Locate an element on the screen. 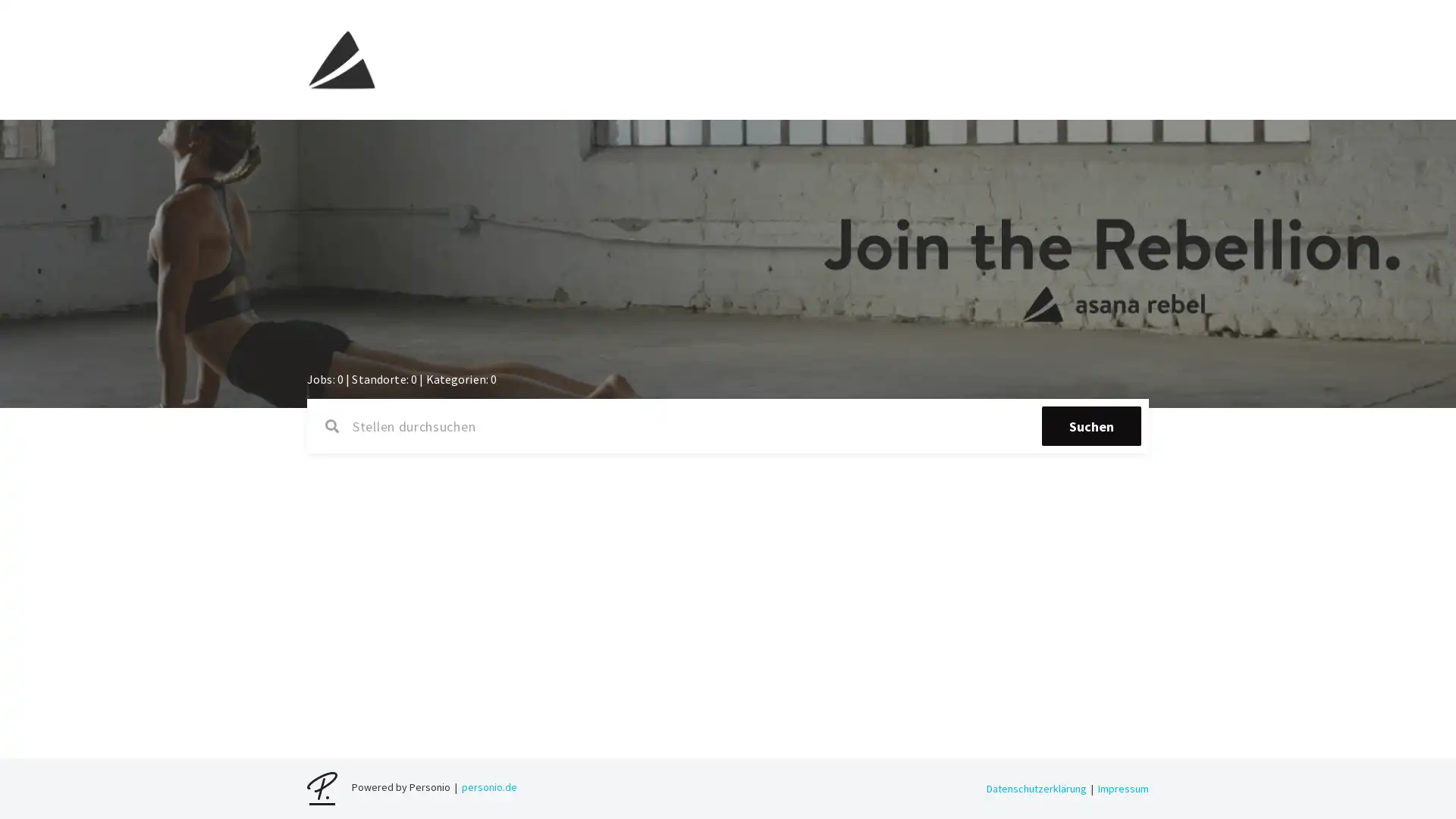  Suchen is located at coordinates (1090, 426).